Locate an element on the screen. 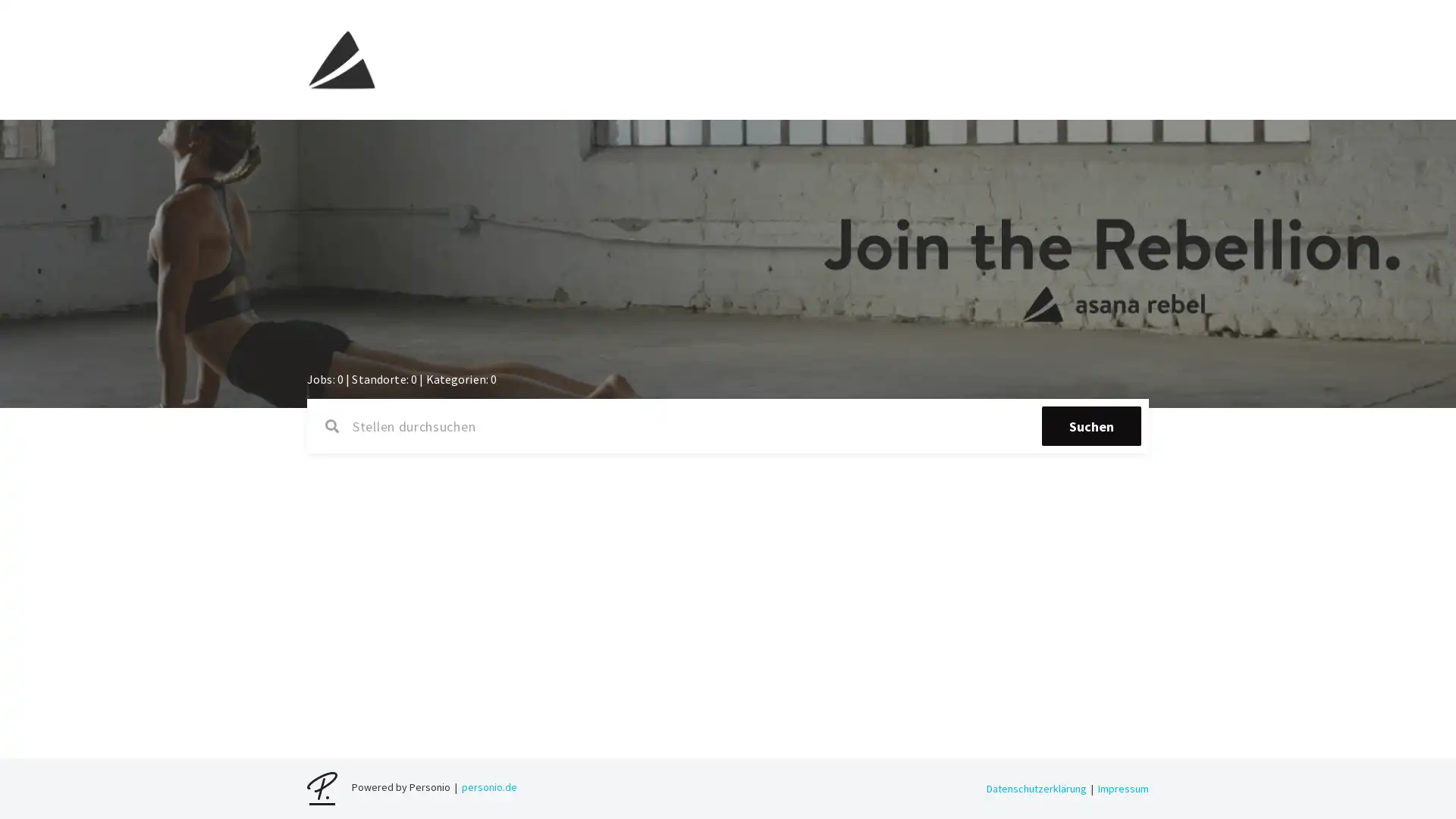  Suchen is located at coordinates (1090, 426).